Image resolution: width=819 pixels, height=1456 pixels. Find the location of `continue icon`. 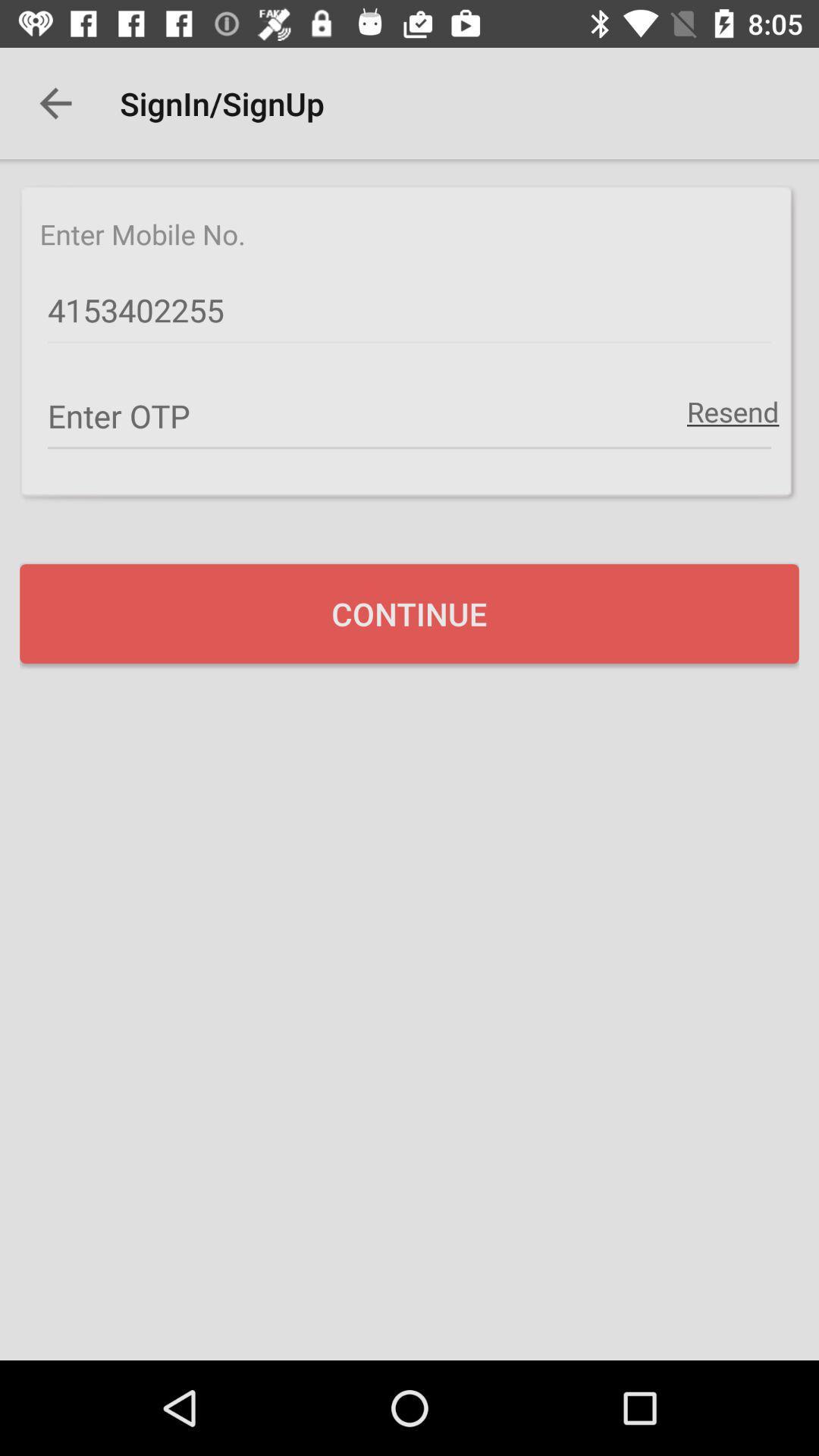

continue icon is located at coordinates (409, 613).